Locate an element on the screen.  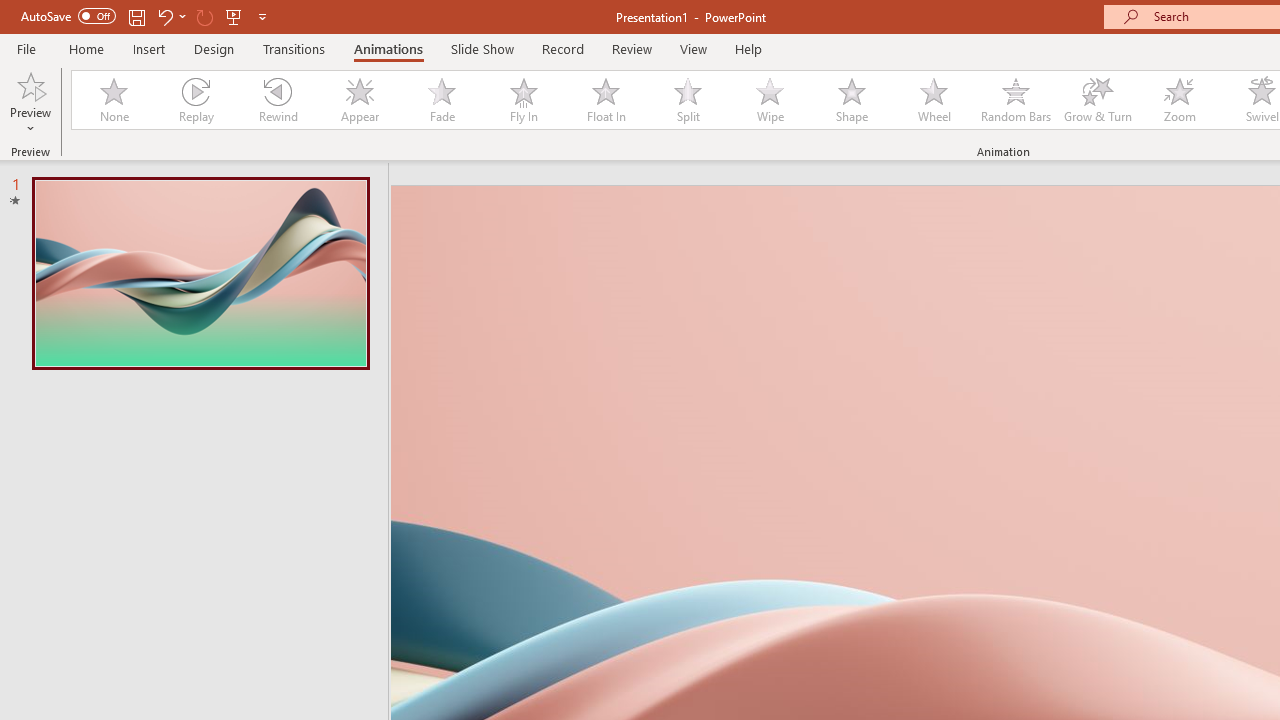
'Fly In' is located at coordinates (523, 100).